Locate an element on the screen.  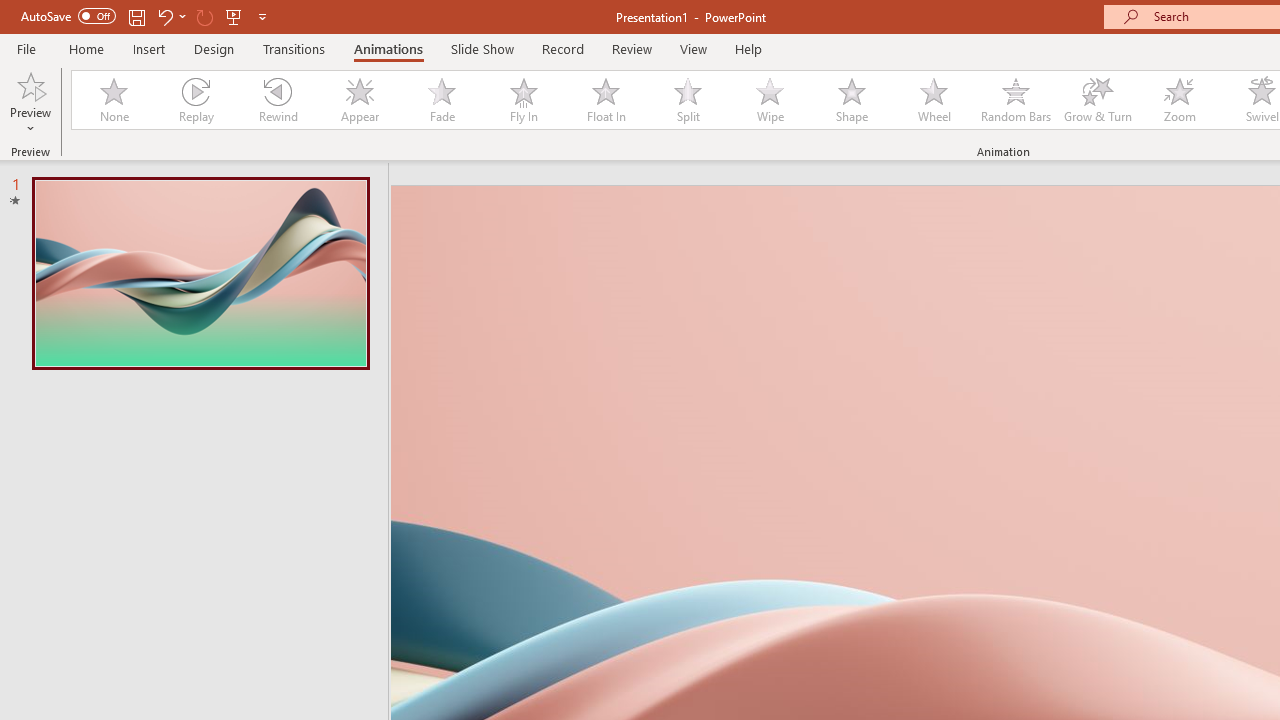
'Fly In' is located at coordinates (523, 100).